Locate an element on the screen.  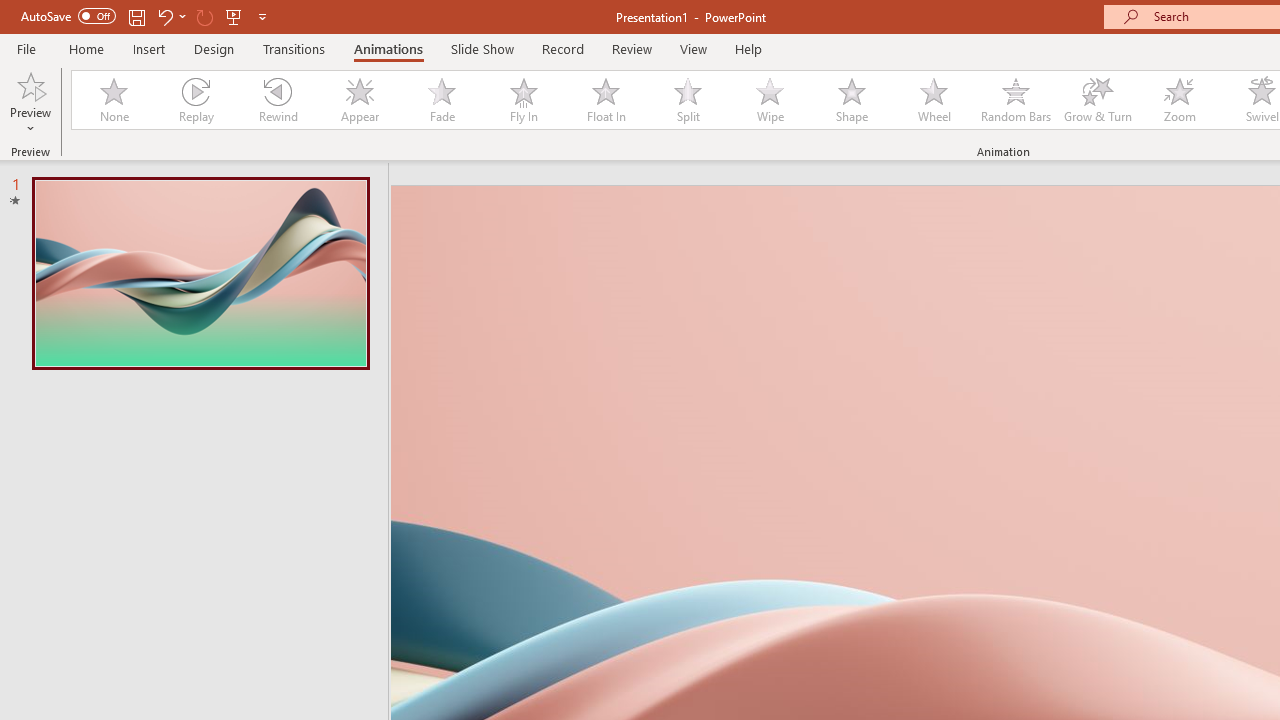
'Fly In' is located at coordinates (523, 100).